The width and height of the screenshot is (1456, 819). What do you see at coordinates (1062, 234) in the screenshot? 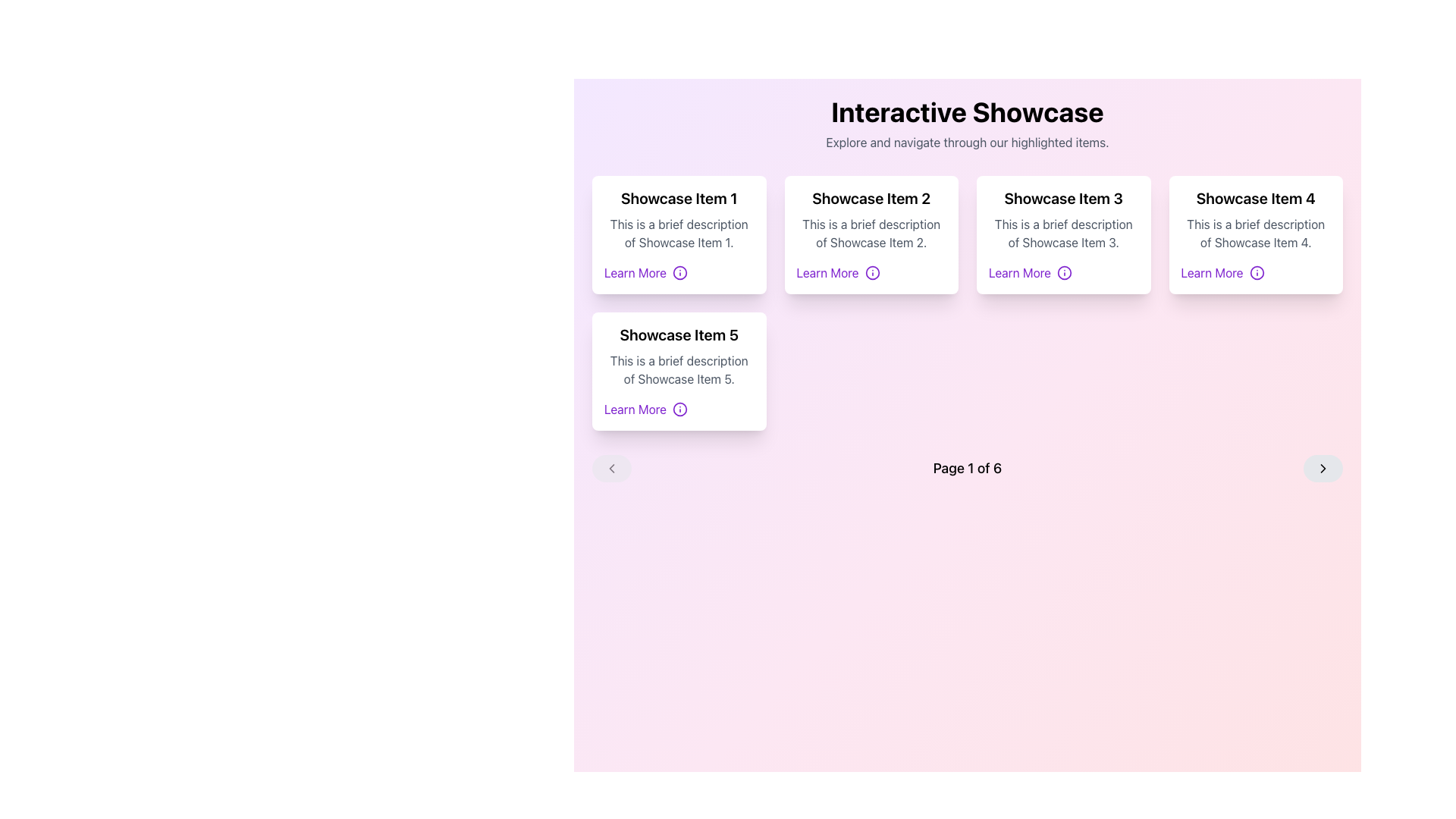
I see `the text block displaying 'This is a brief description of Showcase Item 3.' located in the third card from the left` at bounding box center [1062, 234].